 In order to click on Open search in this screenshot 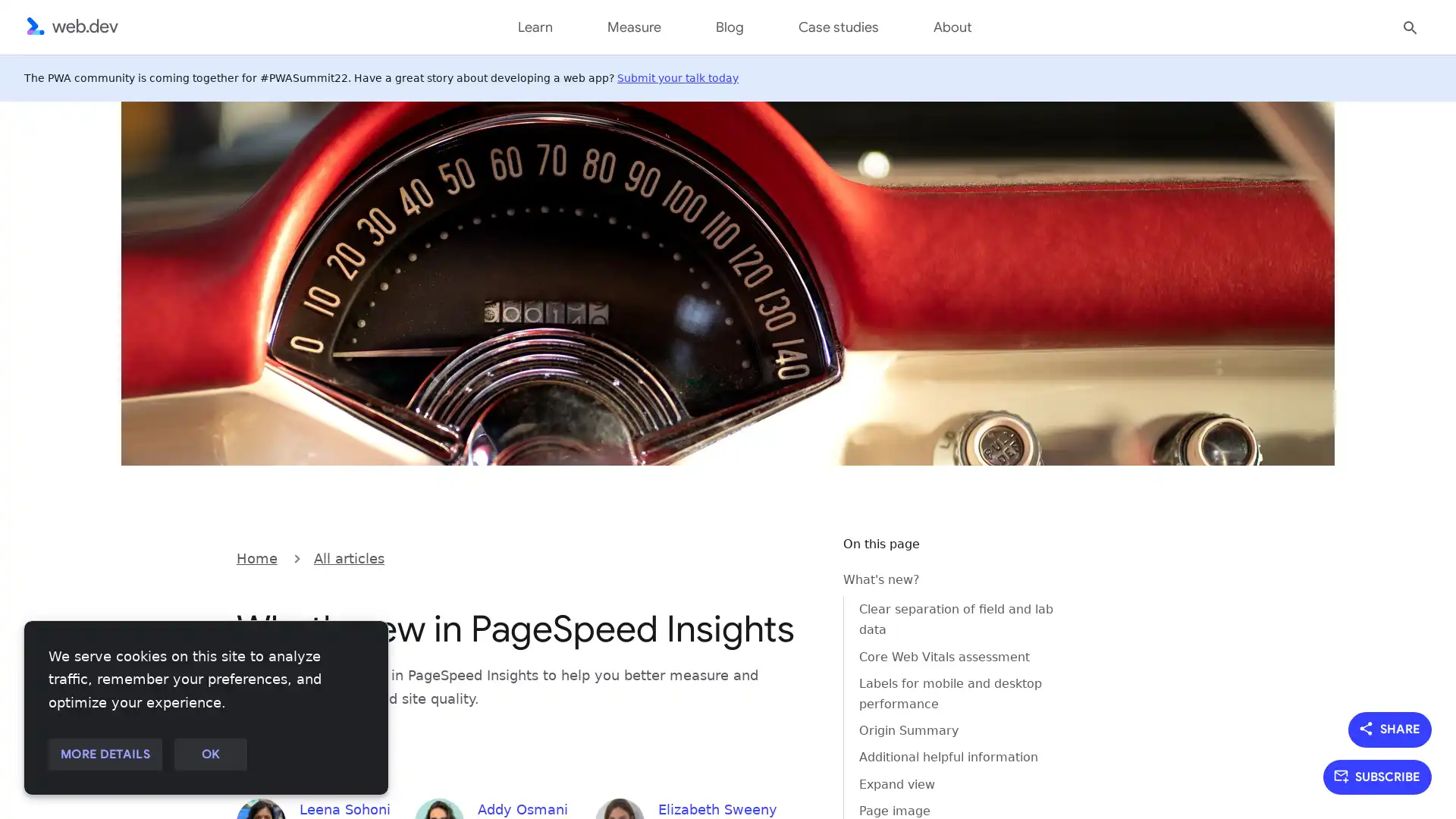, I will do `click(1410, 26)`.